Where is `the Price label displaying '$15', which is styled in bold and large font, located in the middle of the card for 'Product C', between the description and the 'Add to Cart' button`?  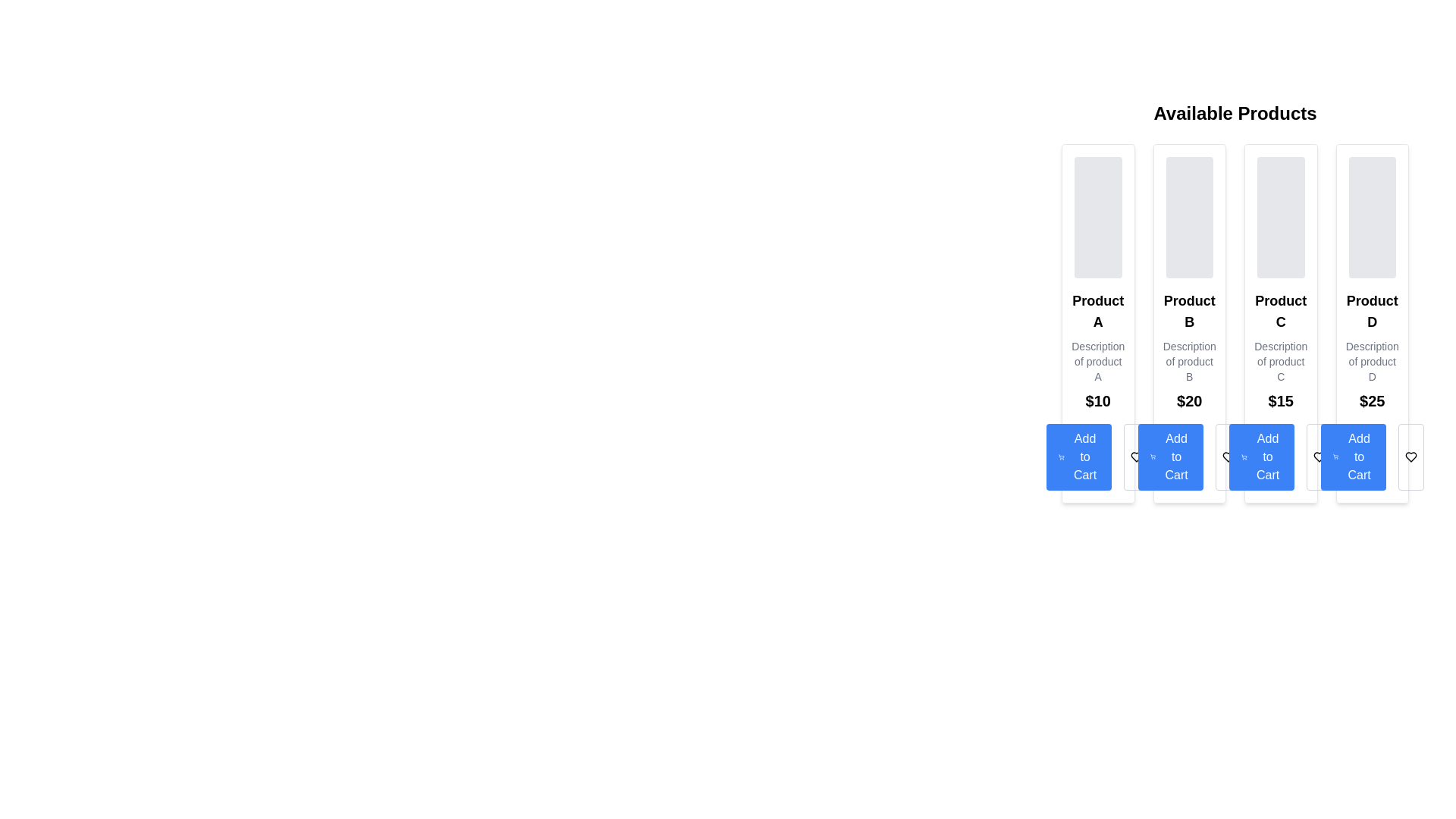 the Price label displaying '$15', which is styled in bold and large font, located in the middle of the card for 'Product C', between the description and the 'Add to Cart' button is located at coordinates (1280, 400).